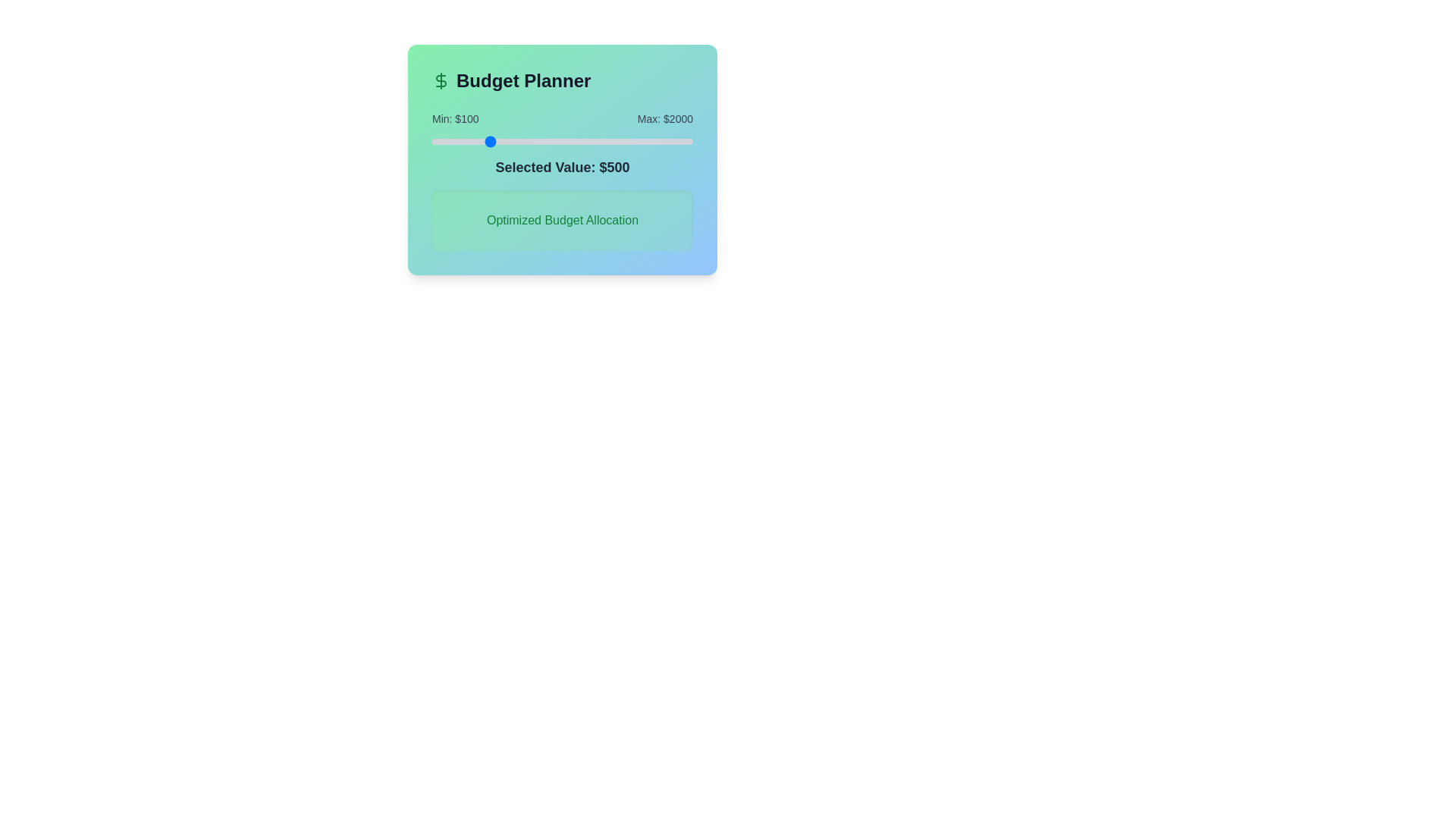 The width and height of the screenshot is (1456, 819). What do you see at coordinates (667, 141) in the screenshot?
I see `the slider value to 1816` at bounding box center [667, 141].